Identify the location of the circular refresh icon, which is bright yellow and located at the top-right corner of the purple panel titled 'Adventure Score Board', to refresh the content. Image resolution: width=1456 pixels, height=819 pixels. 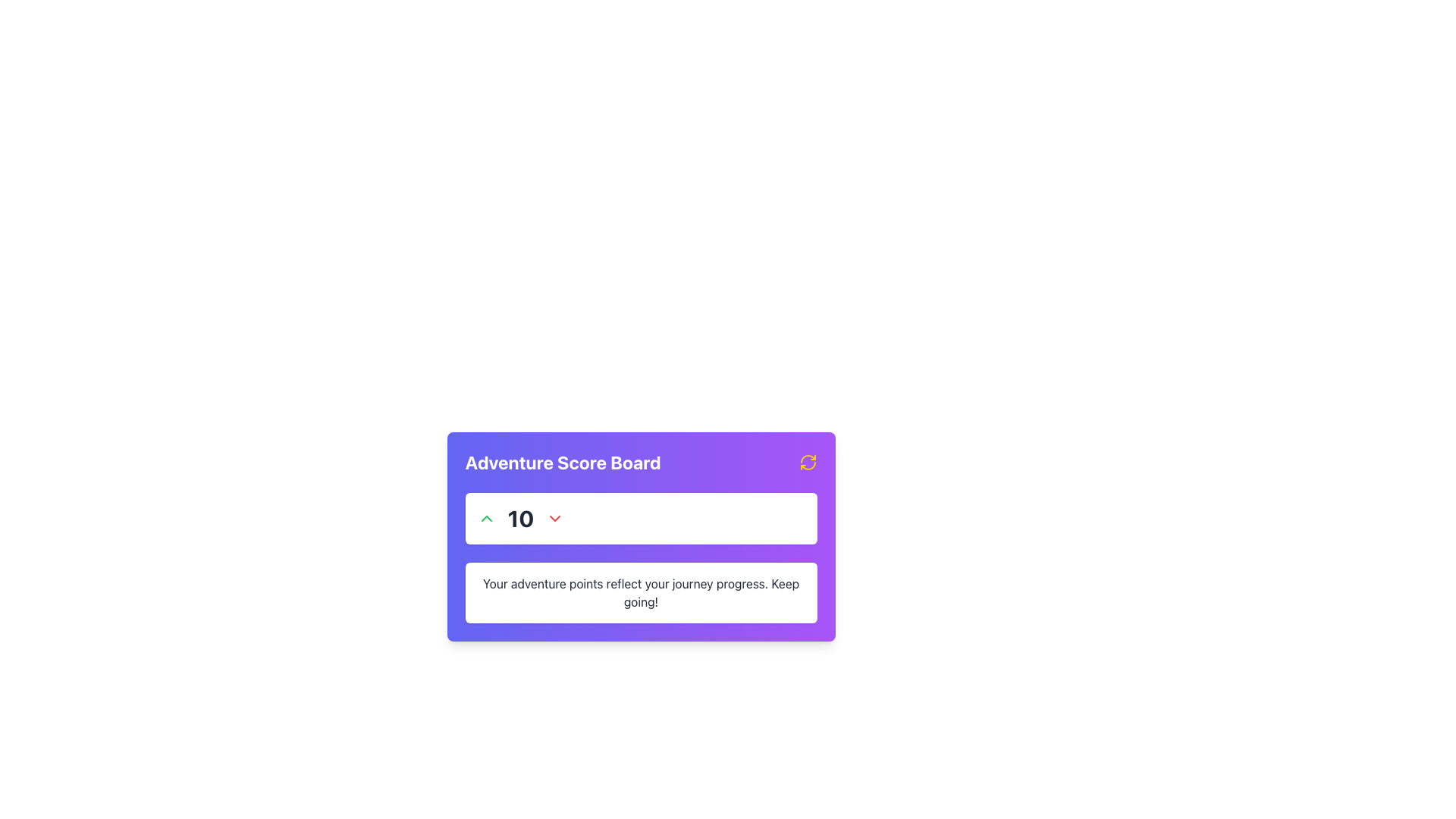
(807, 461).